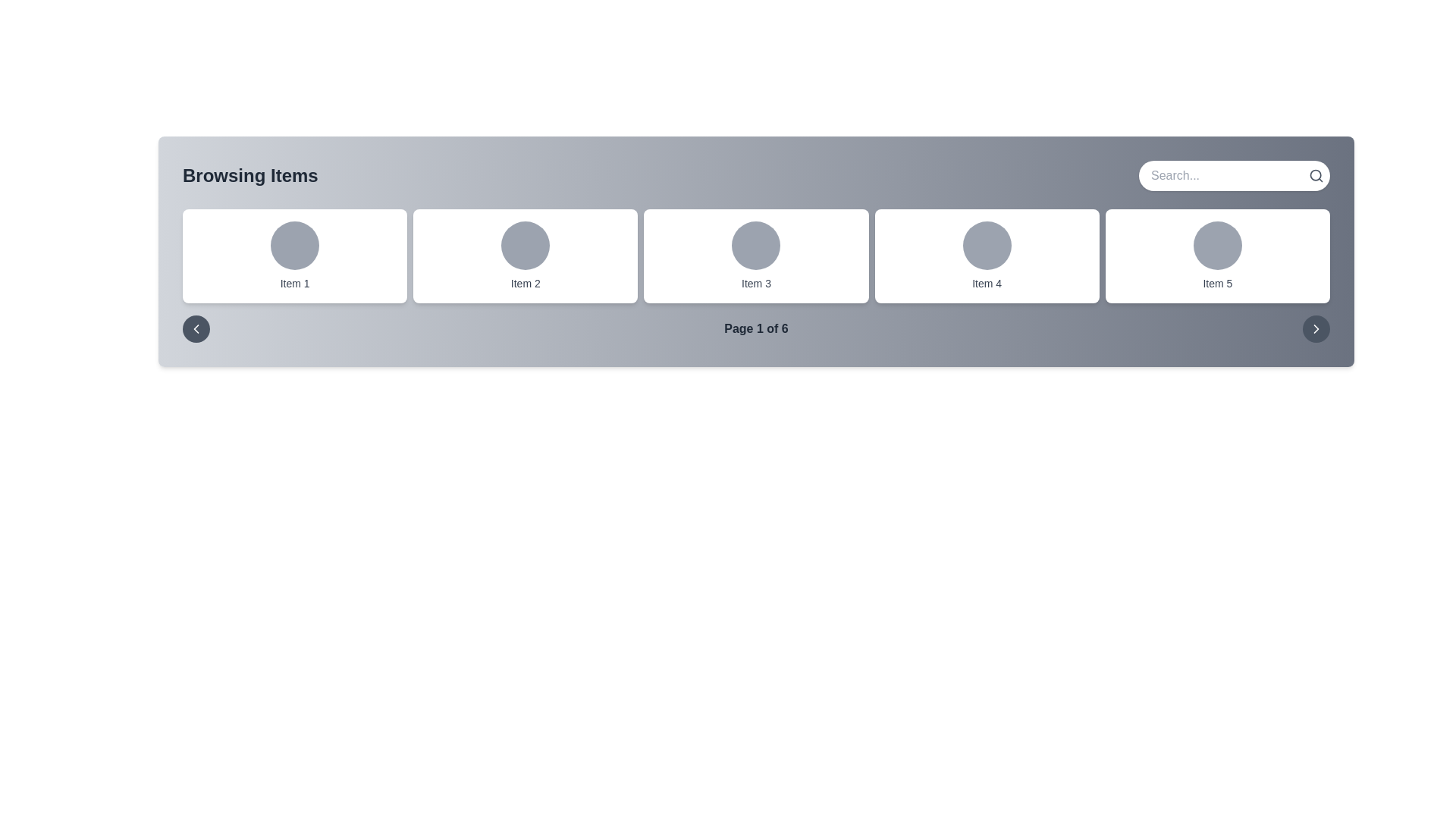 The width and height of the screenshot is (1456, 819). Describe the element at coordinates (196, 328) in the screenshot. I see `the circular navigation icon located on the far left of the toolbar` at that location.